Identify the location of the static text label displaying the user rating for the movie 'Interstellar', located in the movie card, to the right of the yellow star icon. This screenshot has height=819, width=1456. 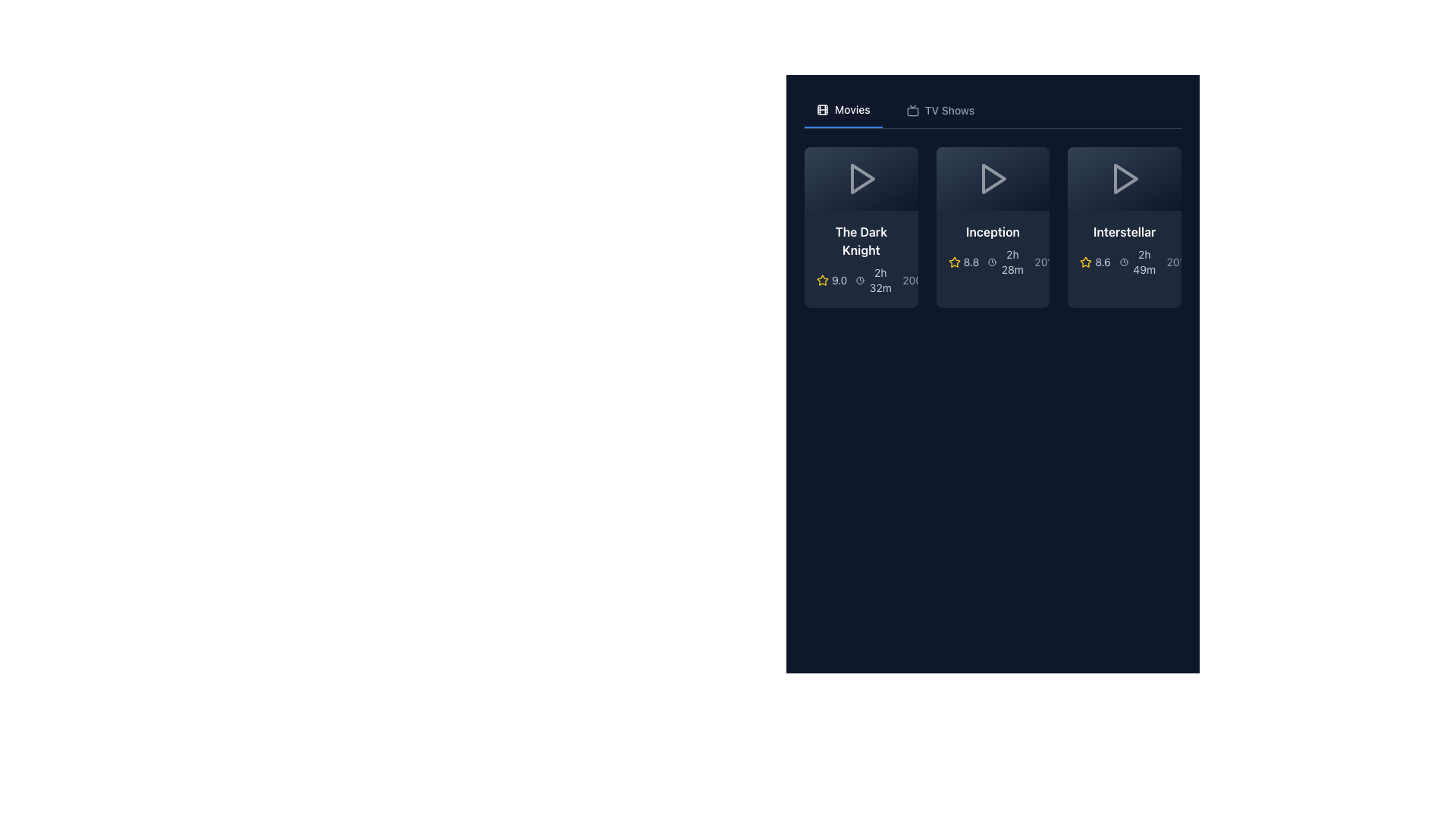
(1095, 262).